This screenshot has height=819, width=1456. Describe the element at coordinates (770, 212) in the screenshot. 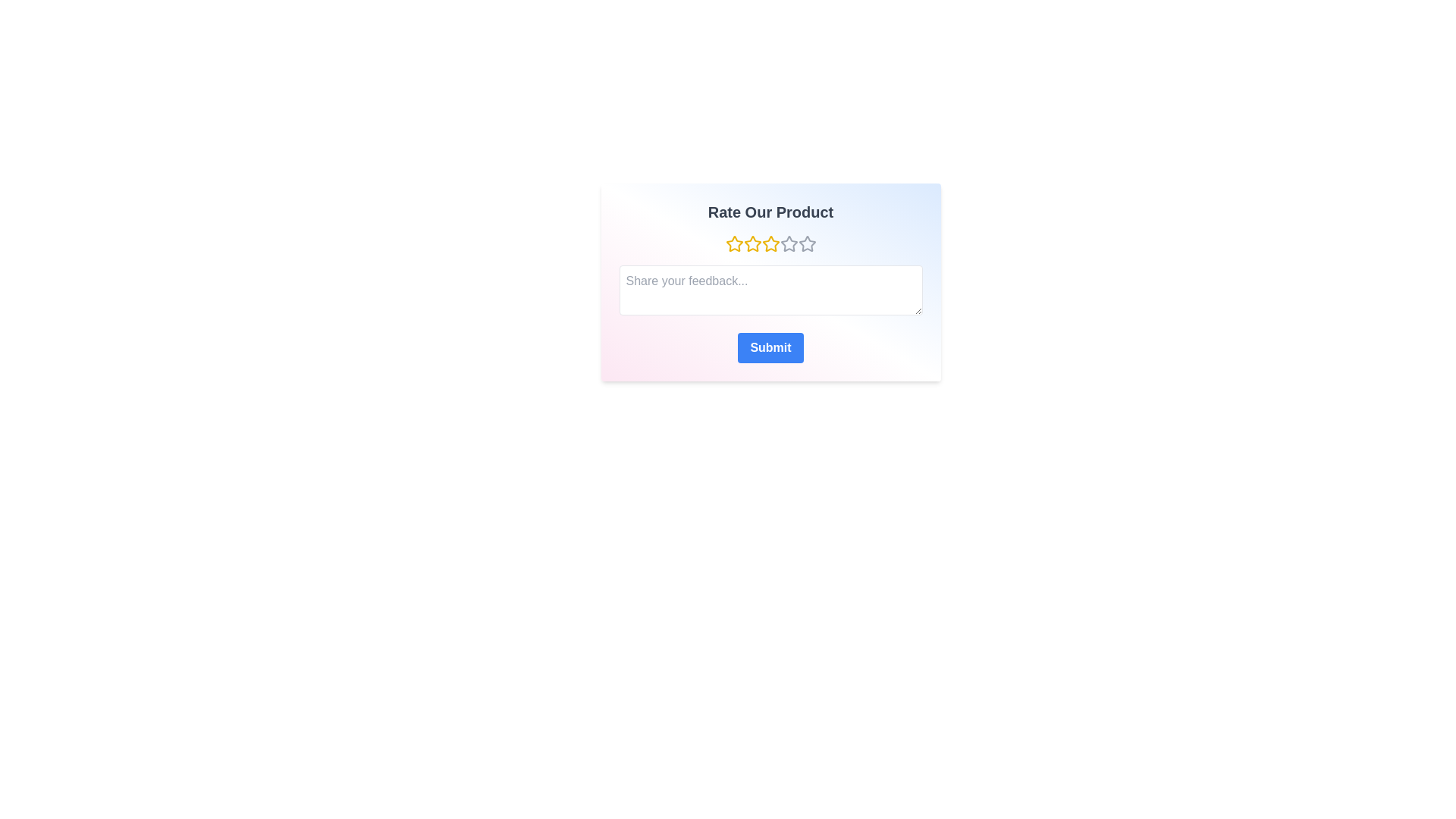

I see `the title text 'Rate Our Product' to select it` at that location.